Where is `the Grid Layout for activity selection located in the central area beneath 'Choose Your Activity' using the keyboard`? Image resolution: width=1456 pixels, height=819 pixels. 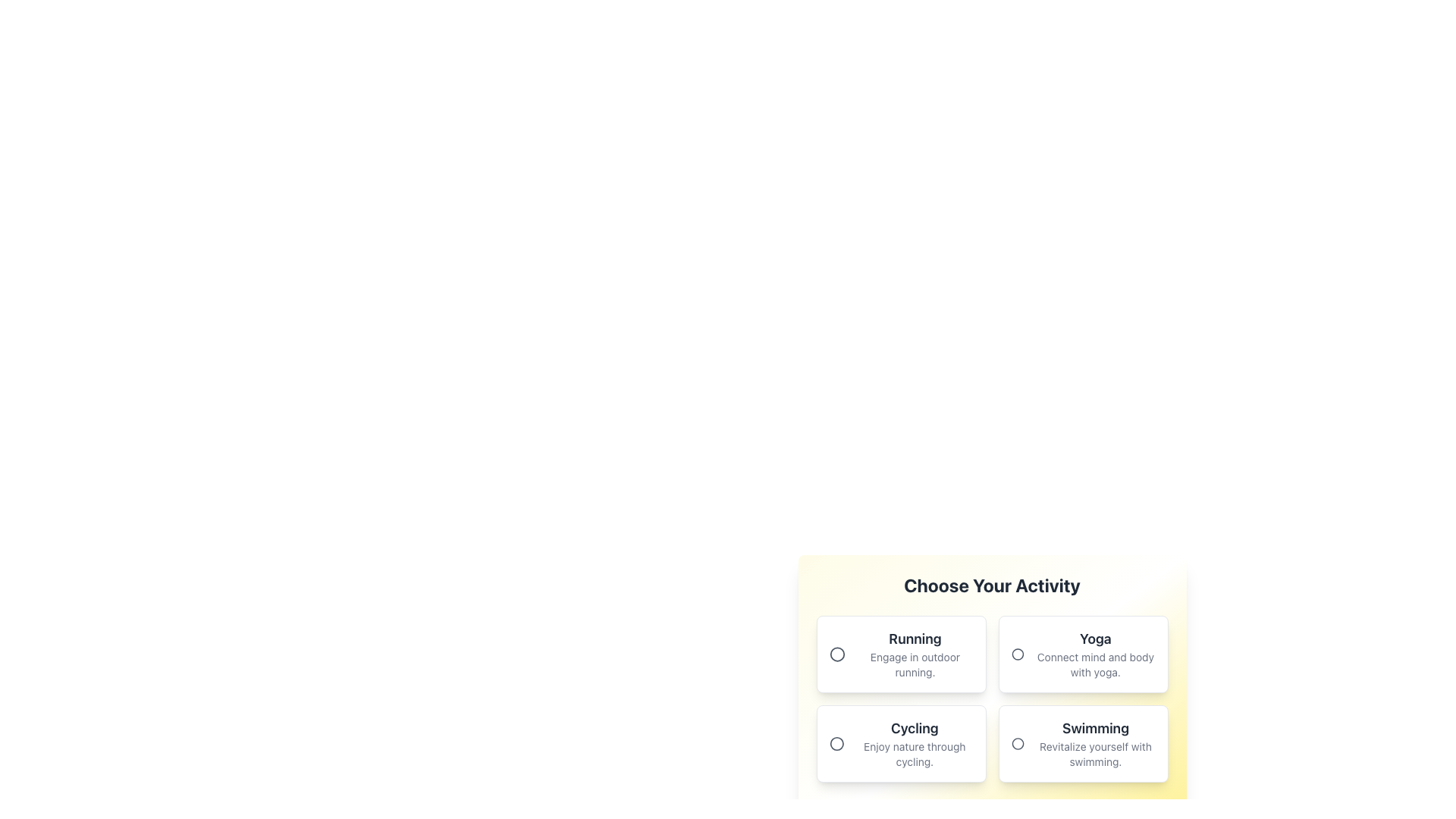 the Grid Layout for activity selection located in the central area beneath 'Choose Your Activity' using the keyboard is located at coordinates (992, 698).